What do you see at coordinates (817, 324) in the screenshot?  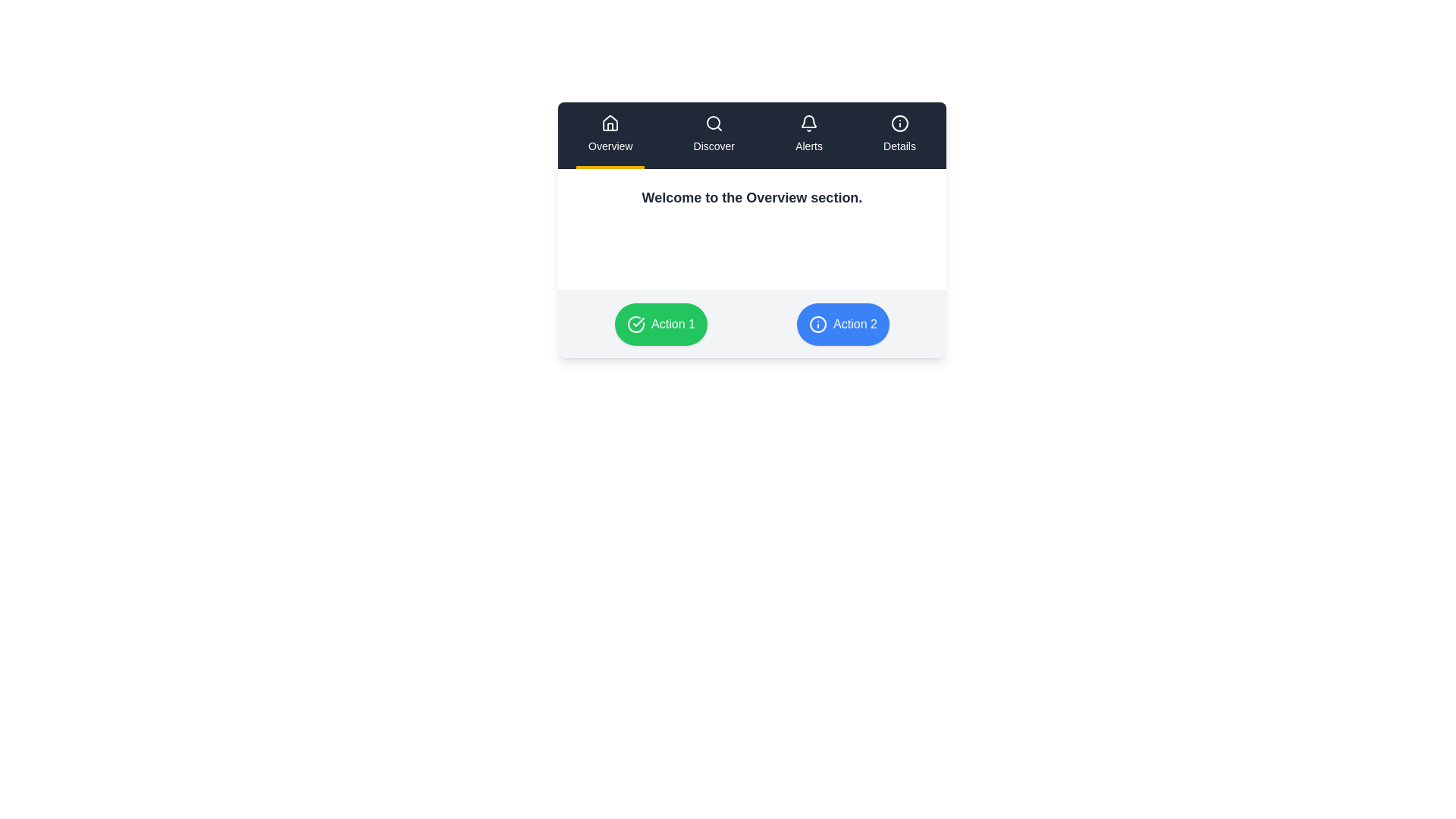 I see `the SVG Circle element located to the left of the 'Action 2' text label on the blue button for accessibility` at bounding box center [817, 324].